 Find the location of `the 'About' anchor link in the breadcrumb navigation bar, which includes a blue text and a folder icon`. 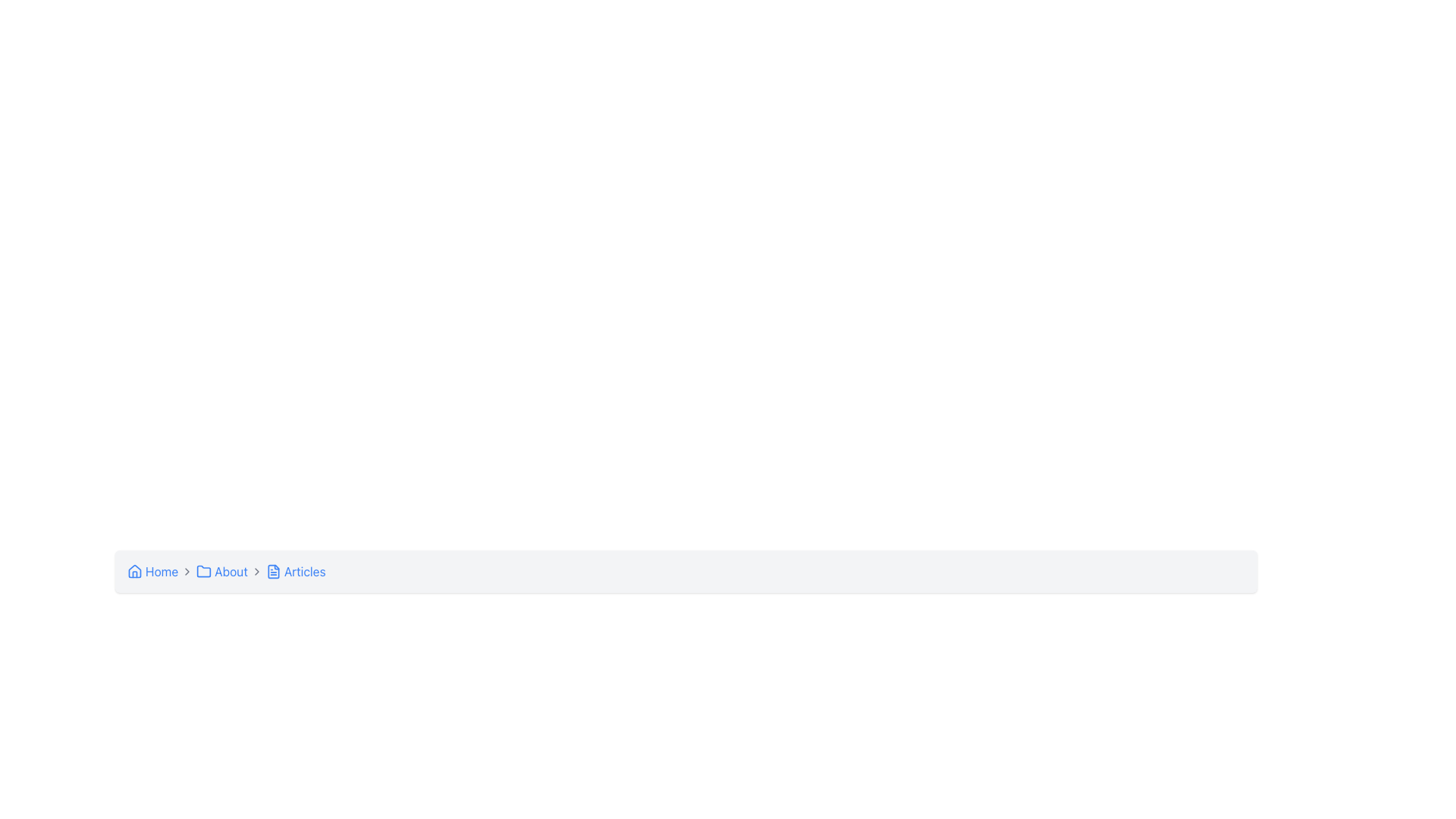

the 'About' anchor link in the breadcrumb navigation bar, which includes a blue text and a folder icon is located at coordinates (221, 571).